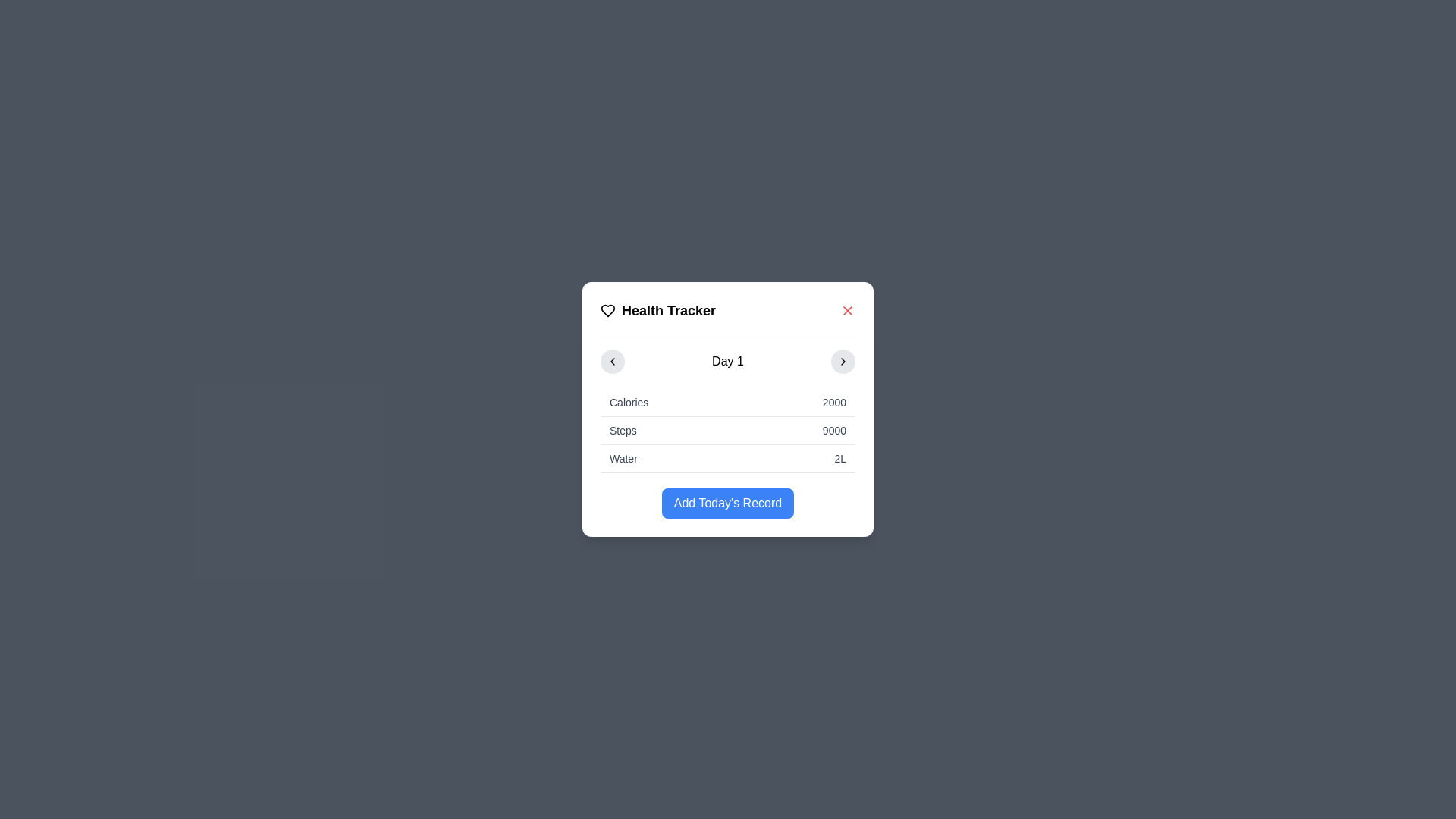 The height and width of the screenshot is (819, 1456). Describe the element at coordinates (623, 430) in the screenshot. I see `the static text label displaying the word 'Steps', which is in bold serif font and positioned to the left of the numerical value '9000'` at that location.